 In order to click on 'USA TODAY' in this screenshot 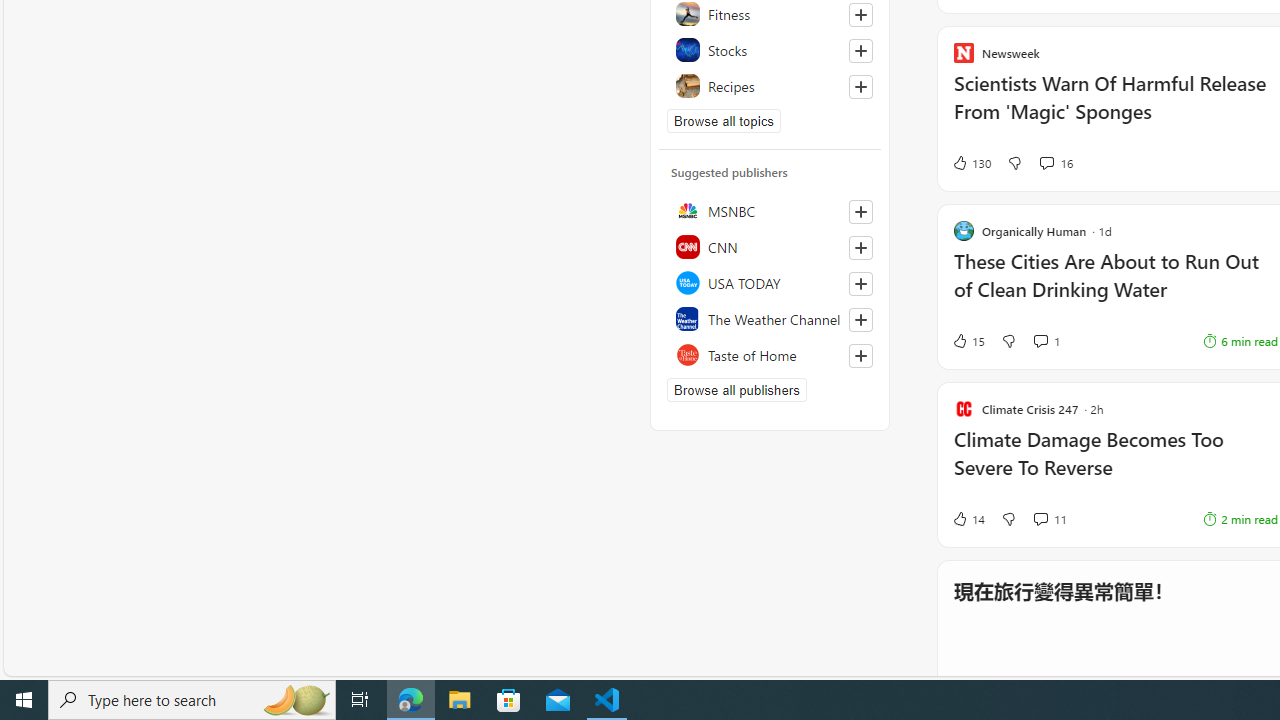, I will do `click(769, 282)`.